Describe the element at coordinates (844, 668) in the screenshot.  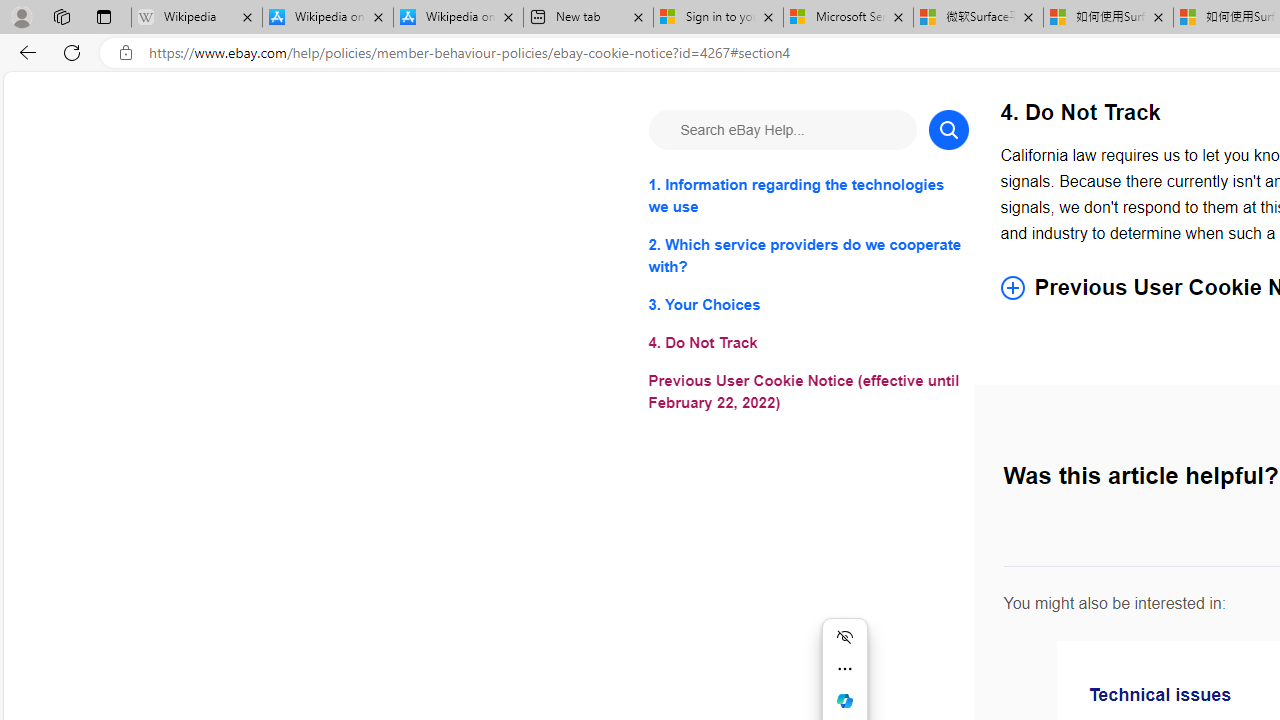
I see `'More actions'` at that location.